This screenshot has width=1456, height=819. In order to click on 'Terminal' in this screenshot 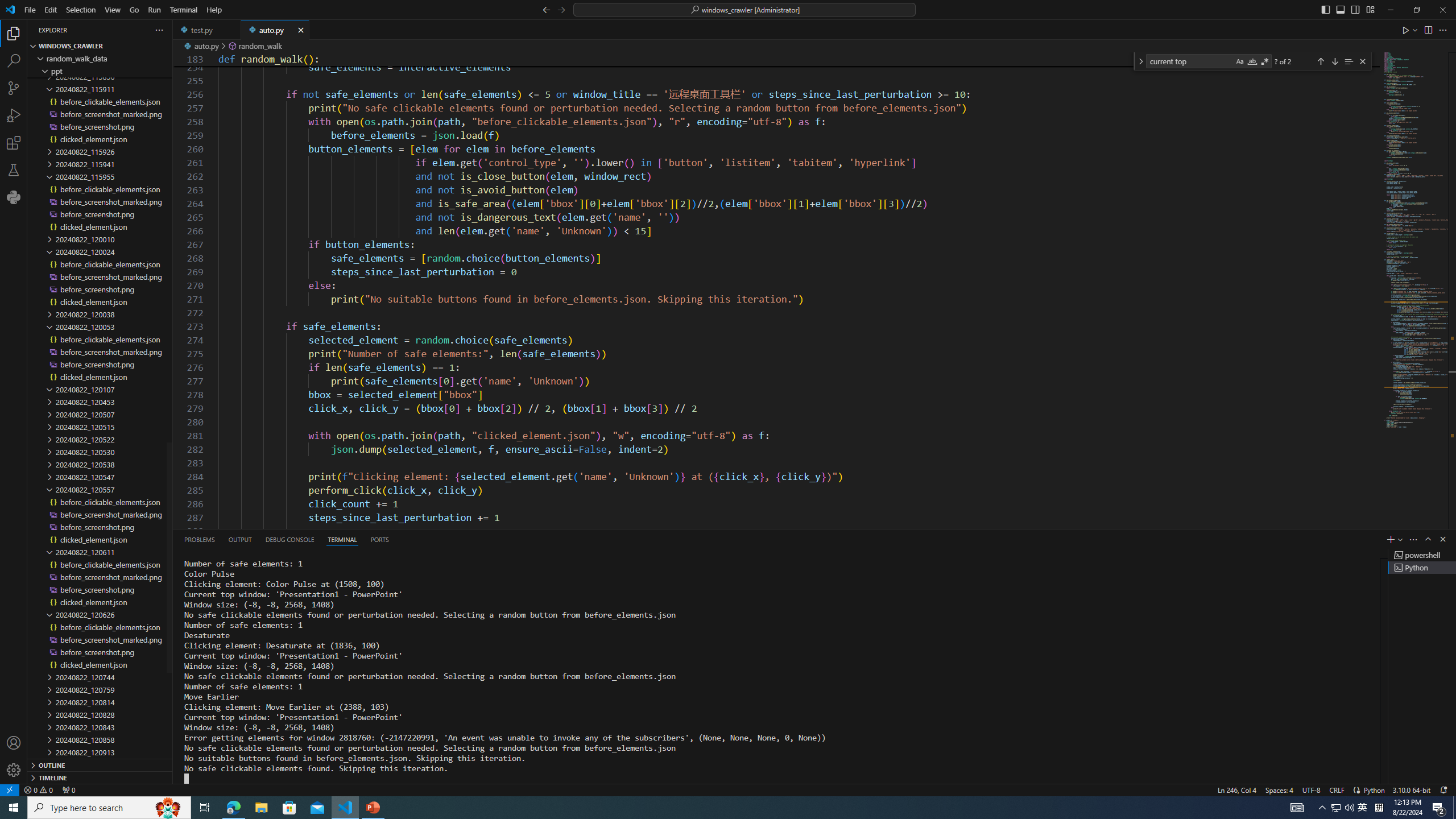, I will do `click(183, 9)`.